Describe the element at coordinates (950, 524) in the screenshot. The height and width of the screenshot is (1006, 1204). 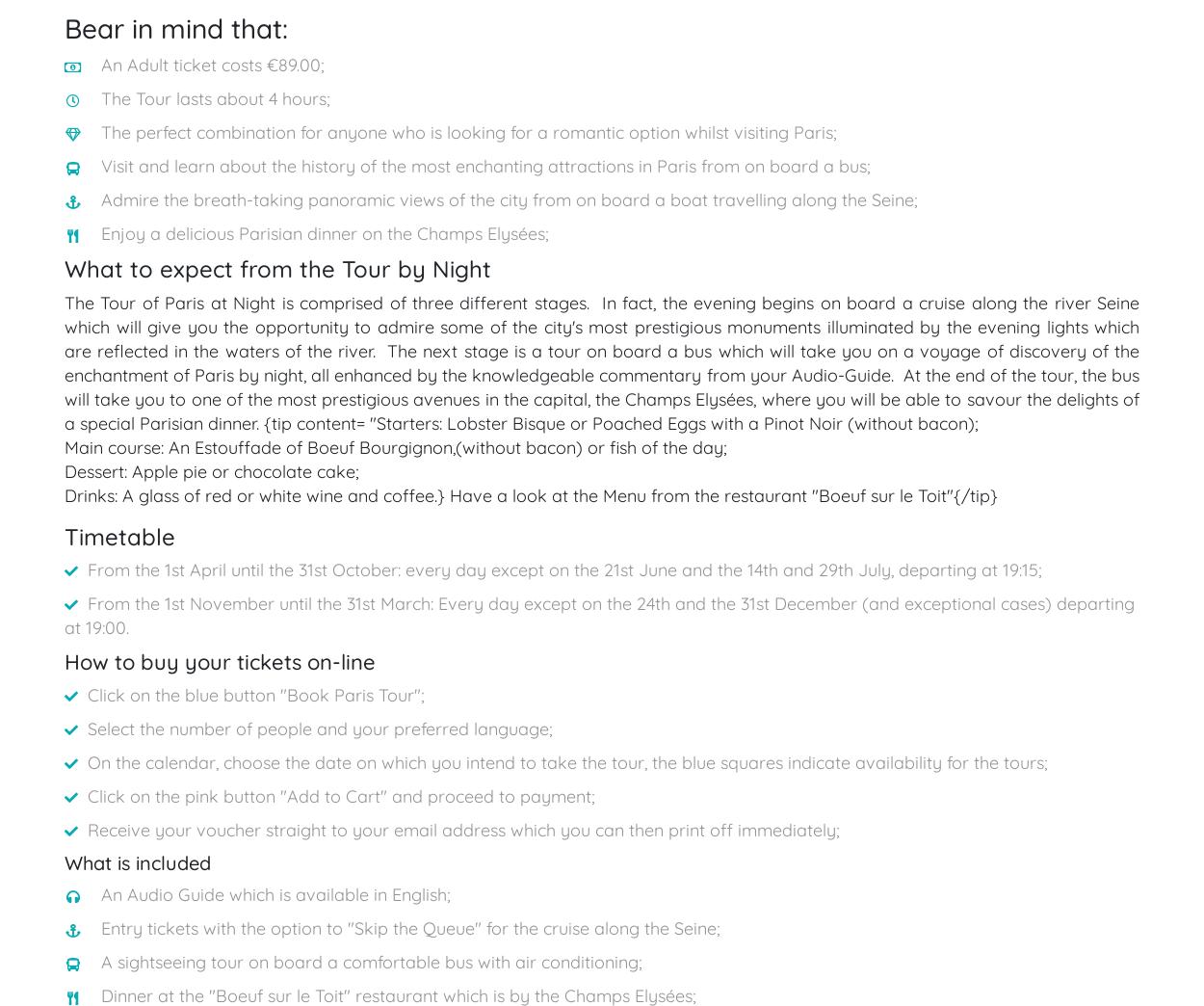
I see `'PCI Compliance'` at that location.